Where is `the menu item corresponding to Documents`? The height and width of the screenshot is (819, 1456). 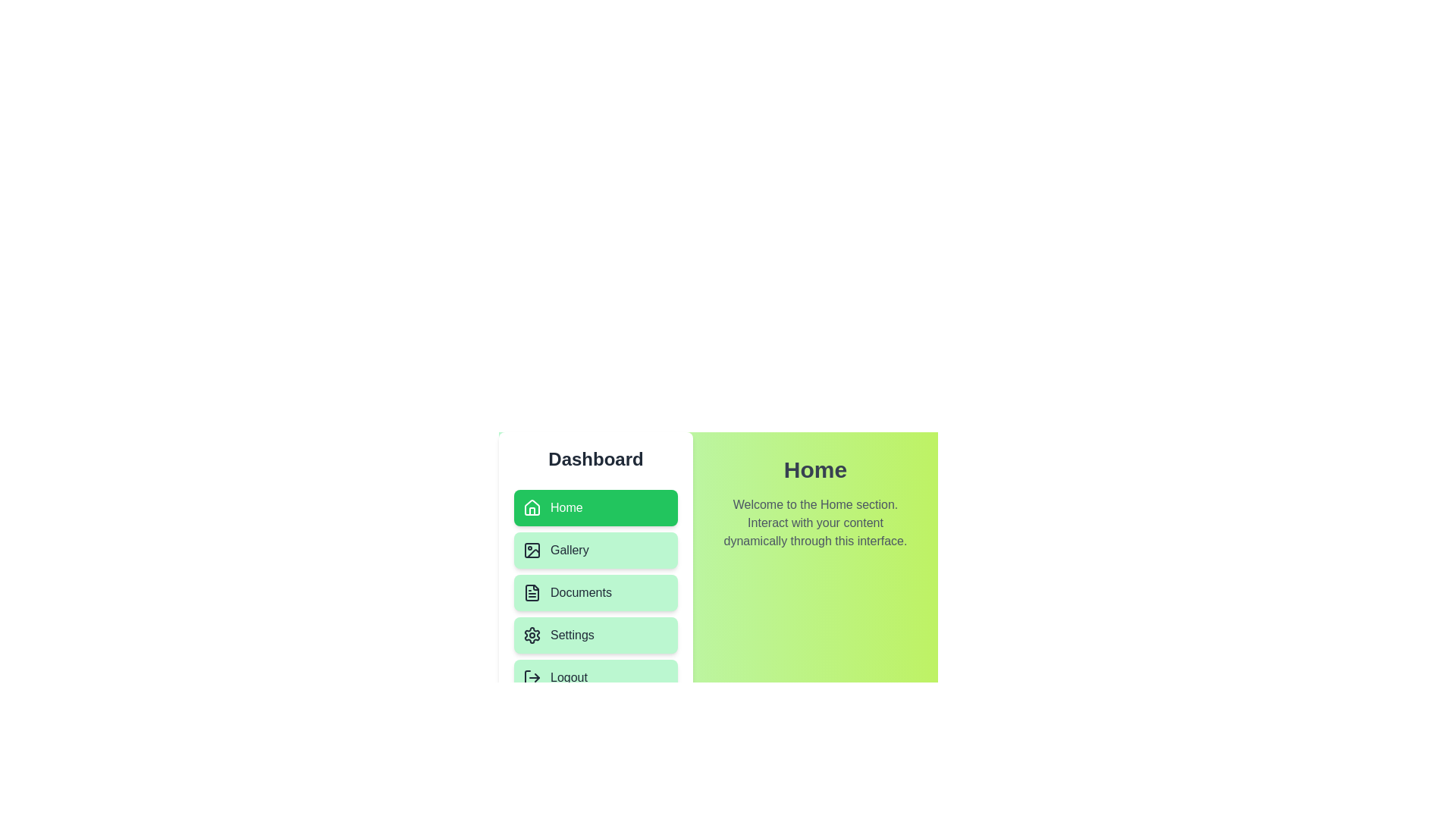 the menu item corresponding to Documents is located at coordinates (595, 592).